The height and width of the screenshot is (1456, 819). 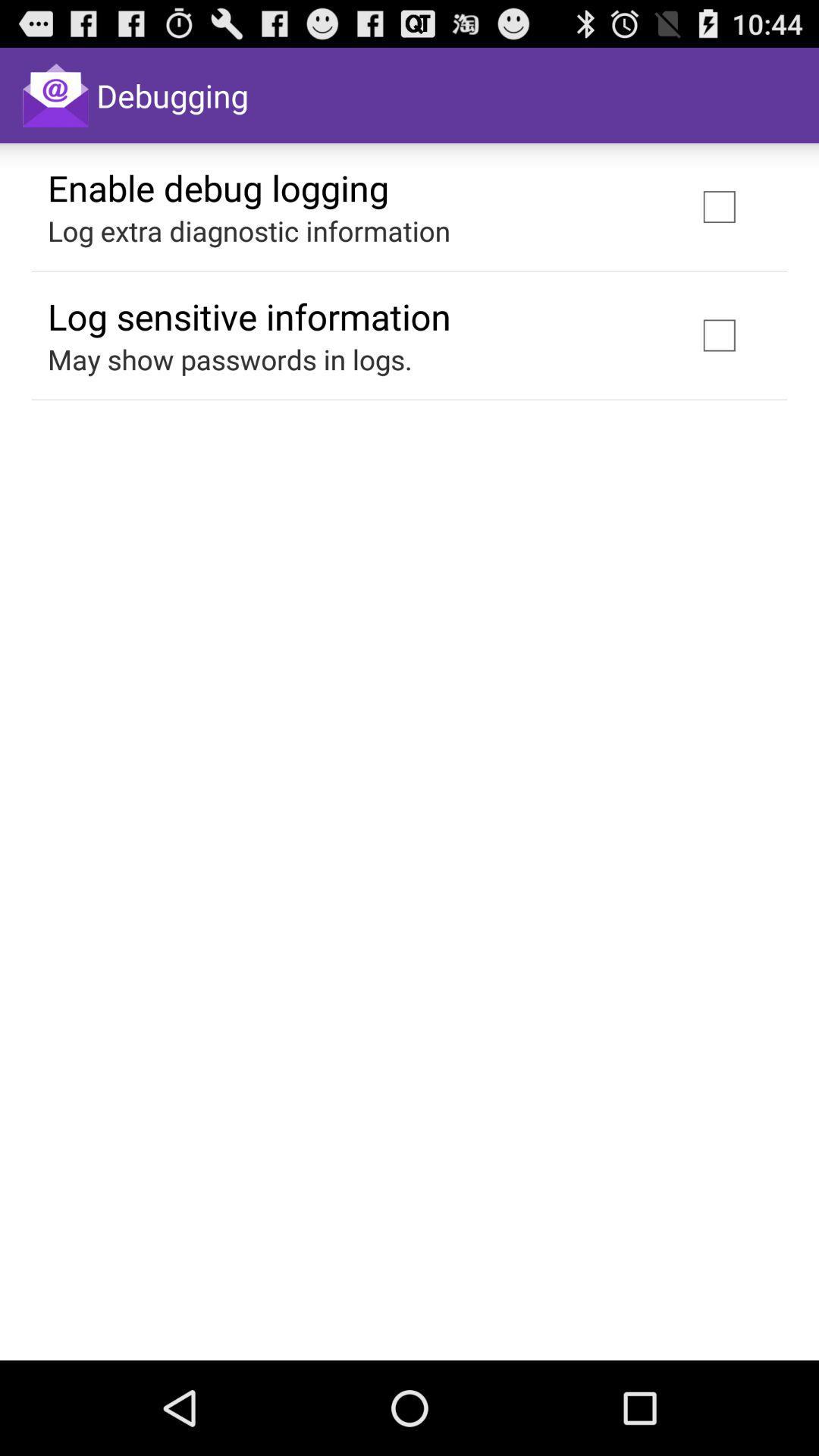 What do you see at coordinates (248, 230) in the screenshot?
I see `the log extra diagnostic item` at bounding box center [248, 230].